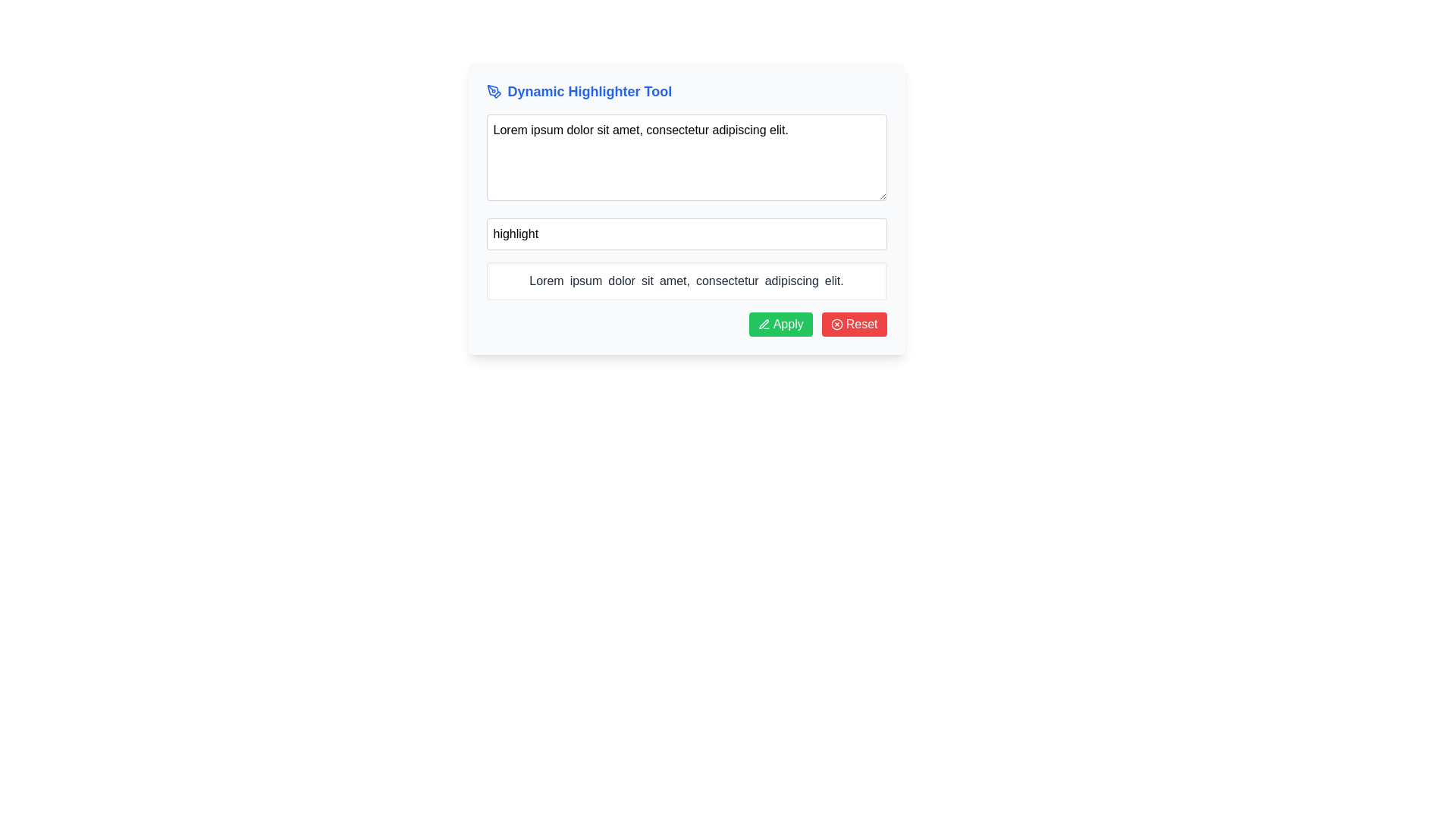  What do you see at coordinates (726, 281) in the screenshot?
I see `the text element displaying 'consectetur', which is the sixth word in a line of text, located centrally in the interface` at bounding box center [726, 281].